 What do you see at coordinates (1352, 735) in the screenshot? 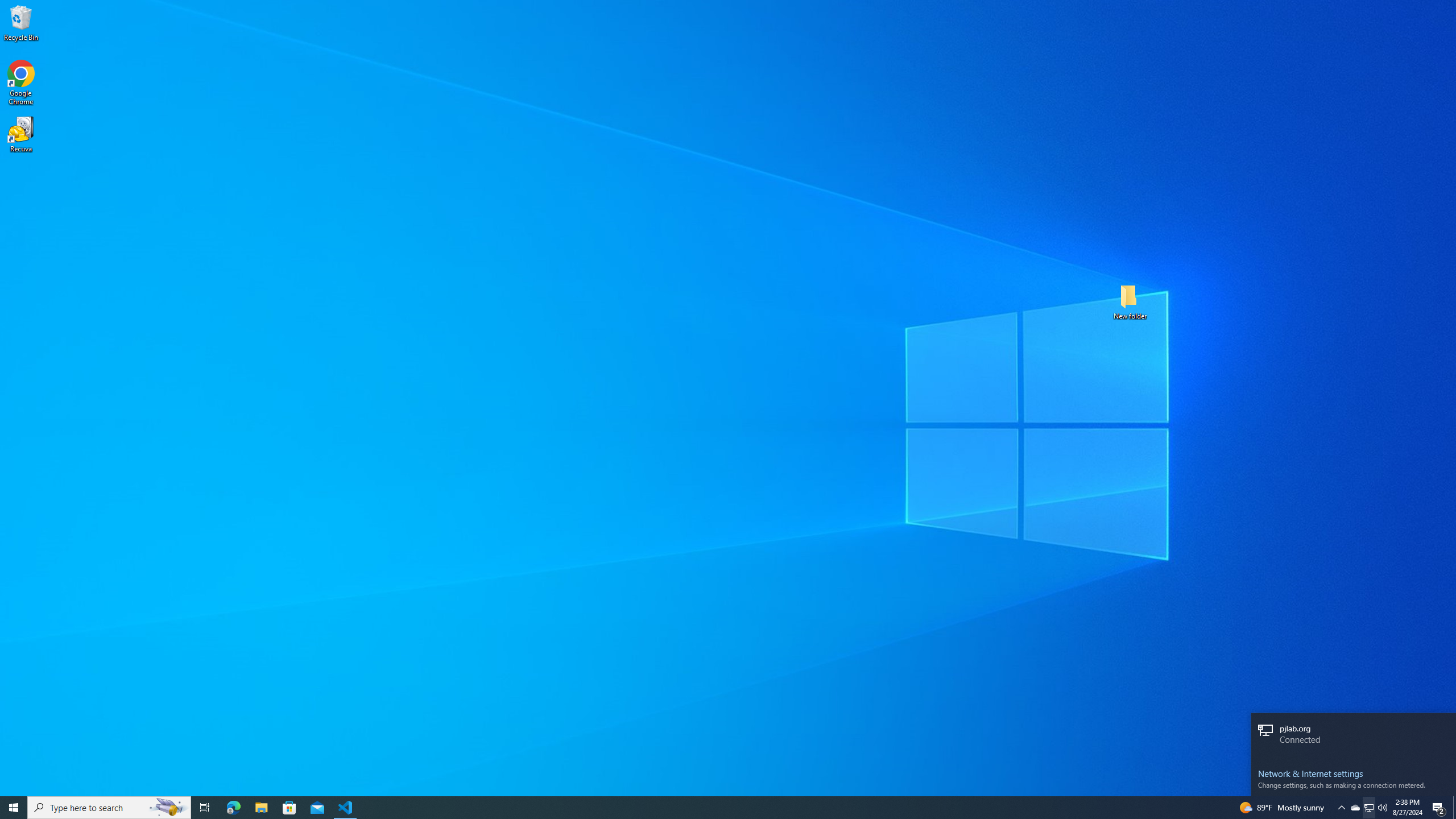
I see `'pjlab.org Connected'` at bounding box center [1352, 735].